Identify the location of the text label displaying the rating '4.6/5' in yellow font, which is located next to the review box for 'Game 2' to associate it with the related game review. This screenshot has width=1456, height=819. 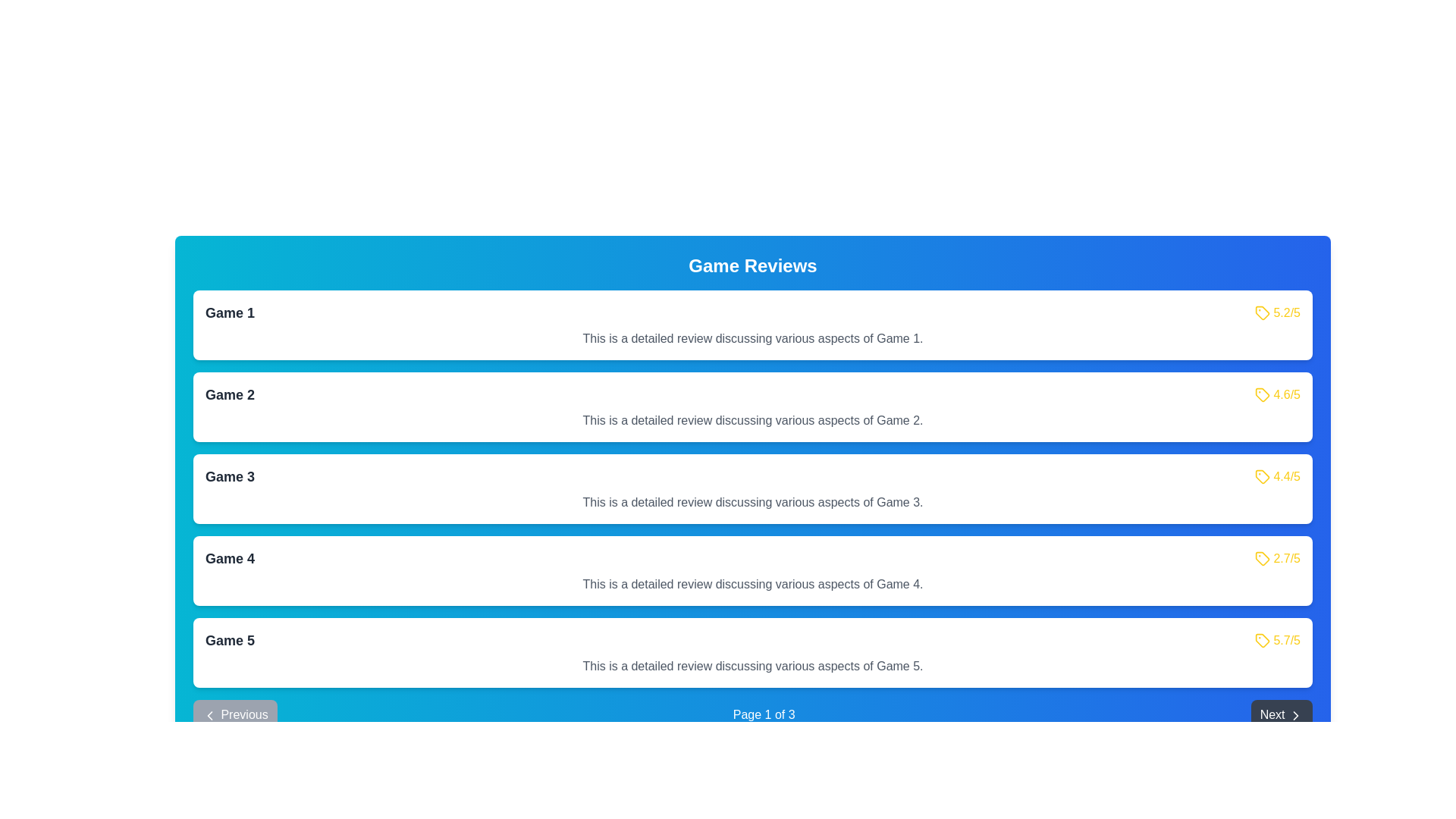
(1286, 394).